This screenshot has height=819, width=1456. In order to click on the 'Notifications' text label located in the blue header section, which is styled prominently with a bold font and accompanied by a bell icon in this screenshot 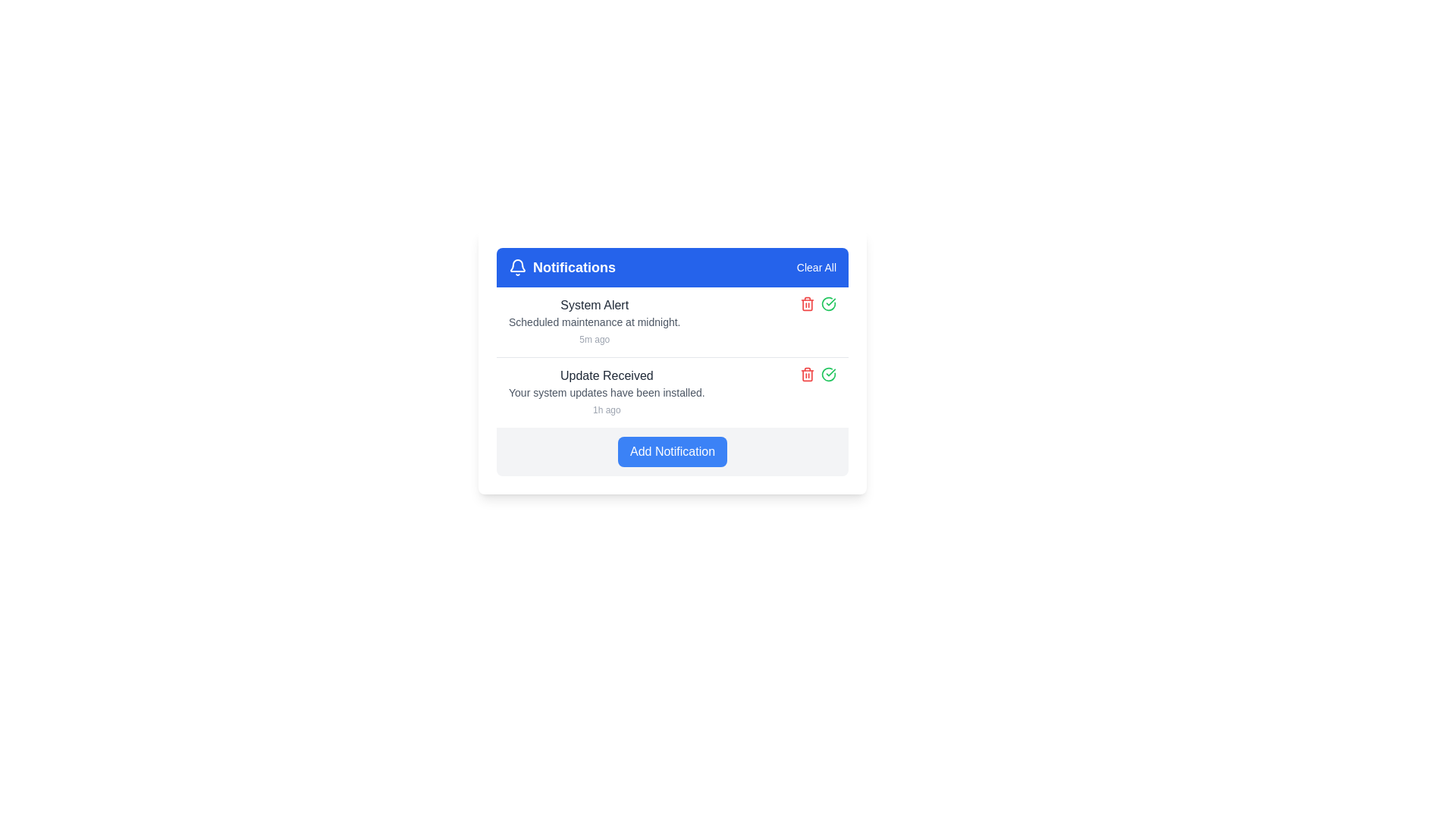, I will do `click(561, 267)`.